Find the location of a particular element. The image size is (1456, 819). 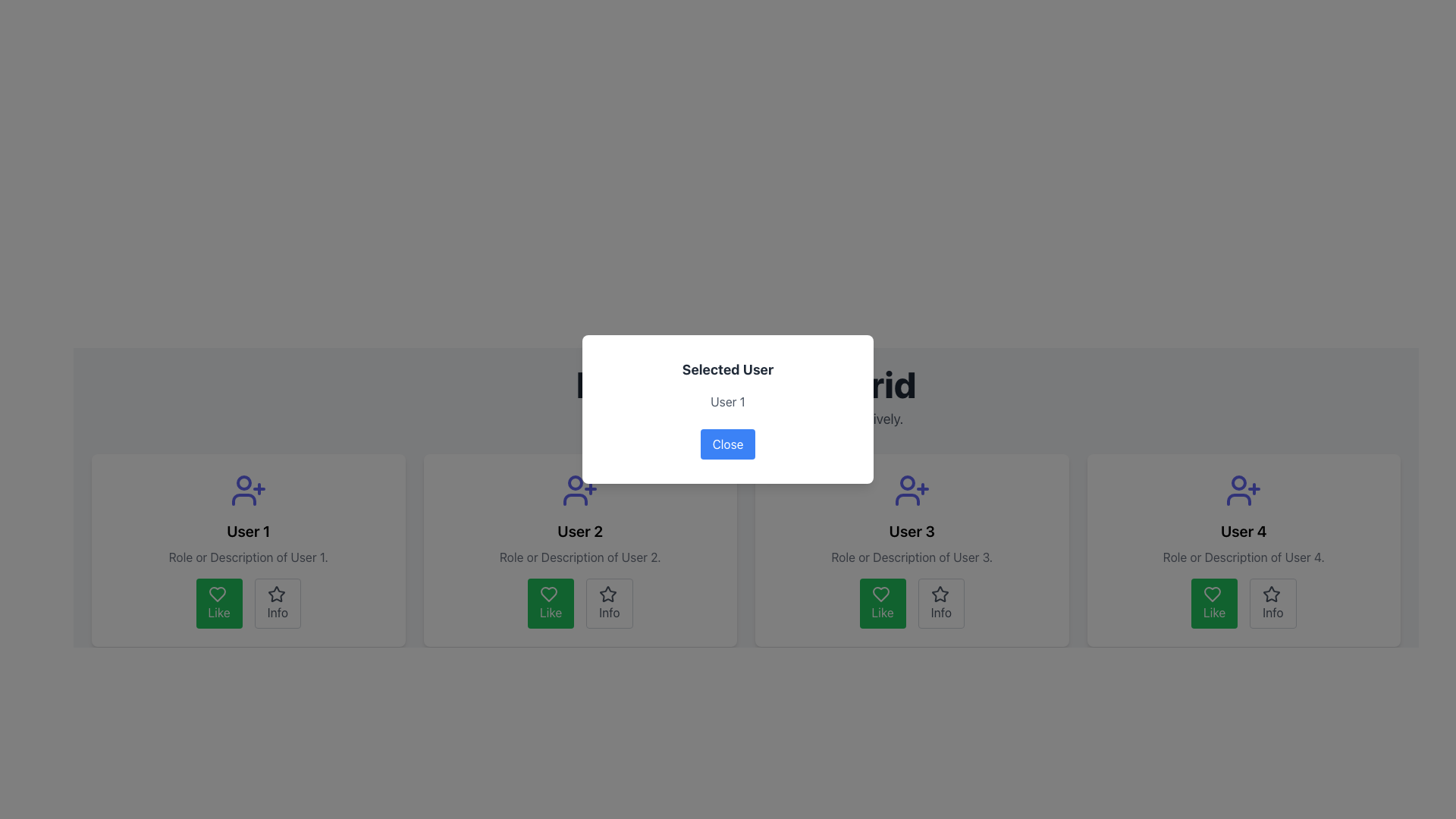

the heart icon on the green 'Like' button located at the bottom-left of the card for 'User 1' is located at coordinates (216, 593).